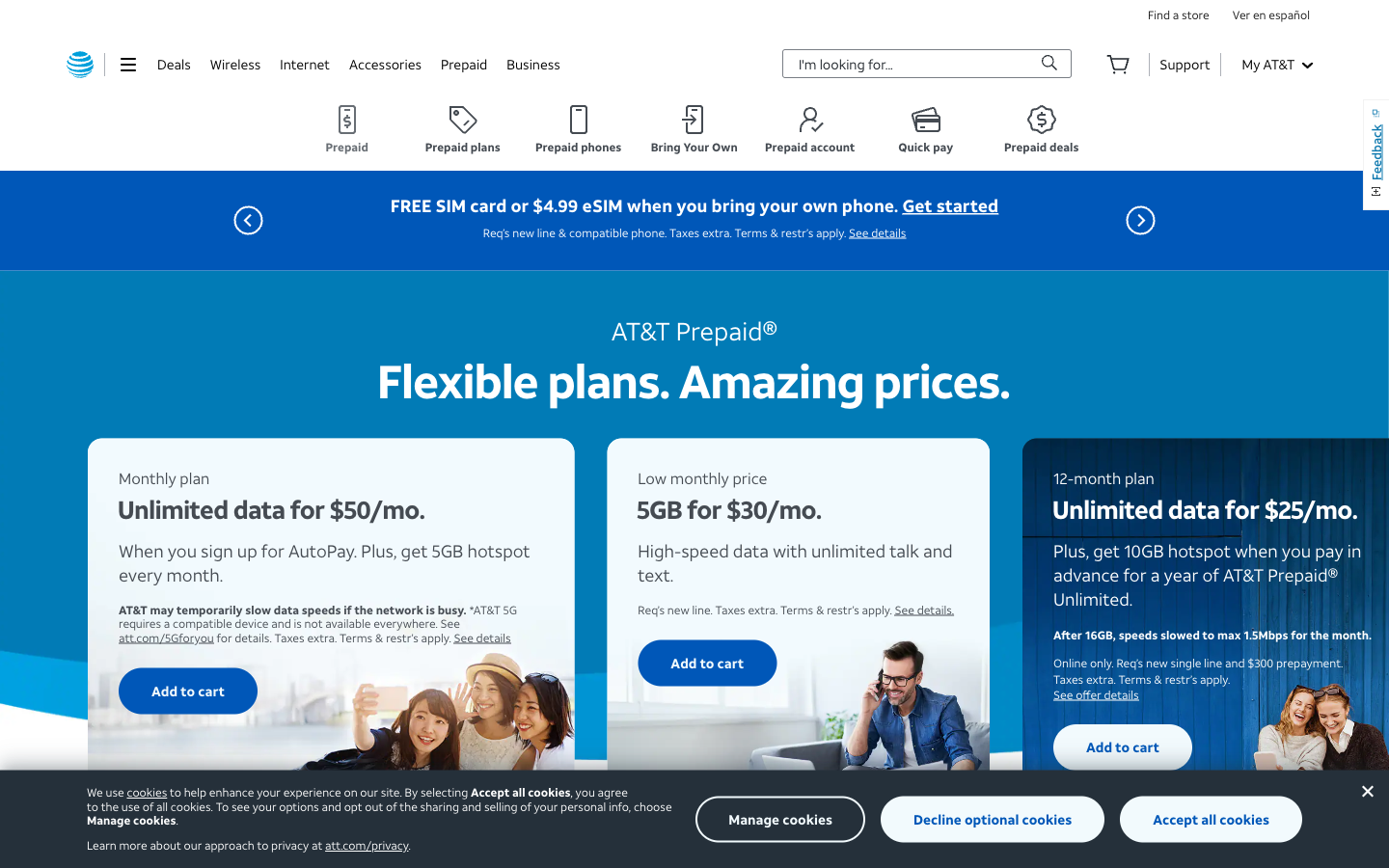 The height and width of the screenshot is (868, 1389). I want to click on the "Quick Pay" option, so click(926, 129).